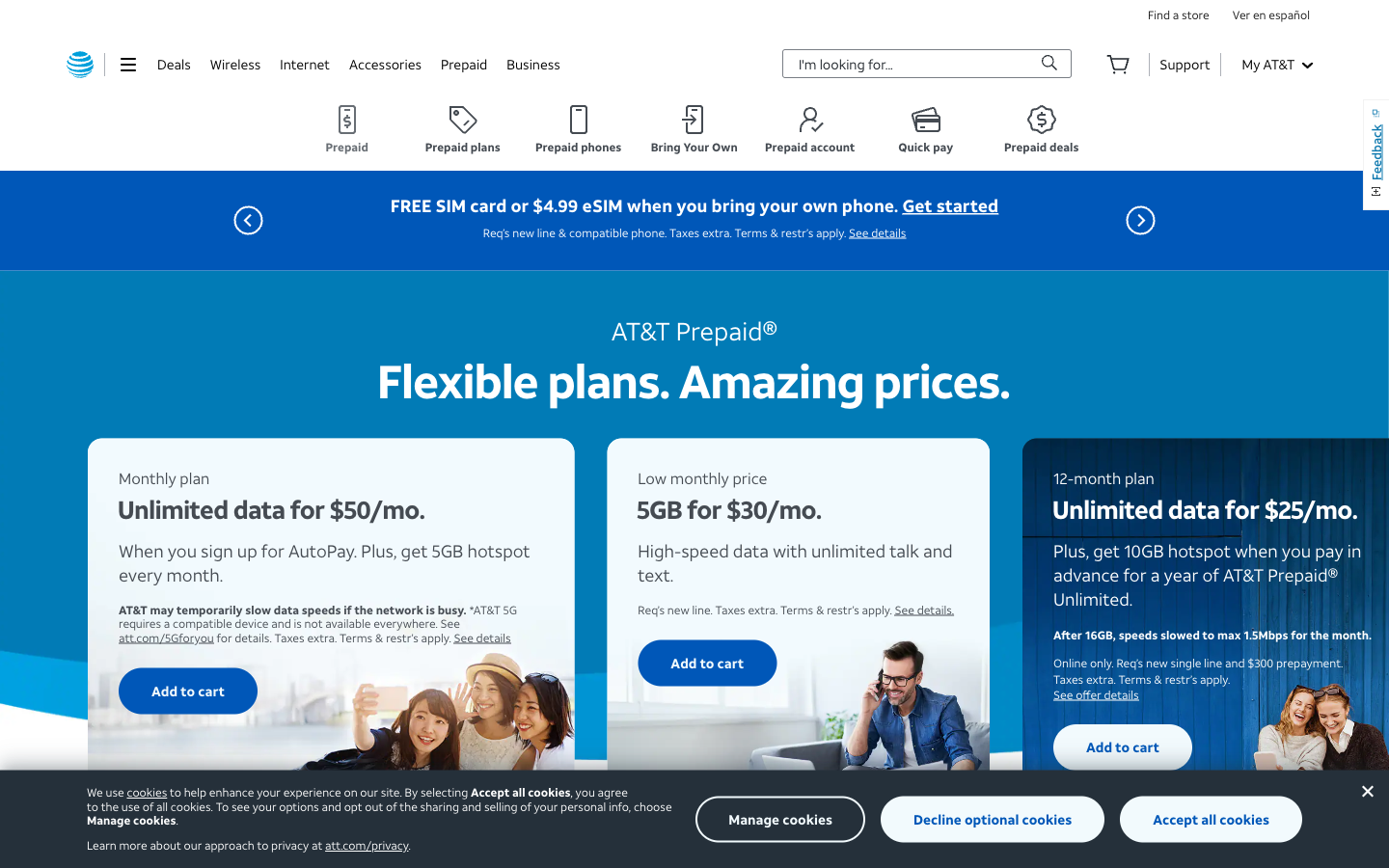 The height and width of the screenshot is (868, 1389). I want to click on the "Quick Pay" option, so click(926, 129).